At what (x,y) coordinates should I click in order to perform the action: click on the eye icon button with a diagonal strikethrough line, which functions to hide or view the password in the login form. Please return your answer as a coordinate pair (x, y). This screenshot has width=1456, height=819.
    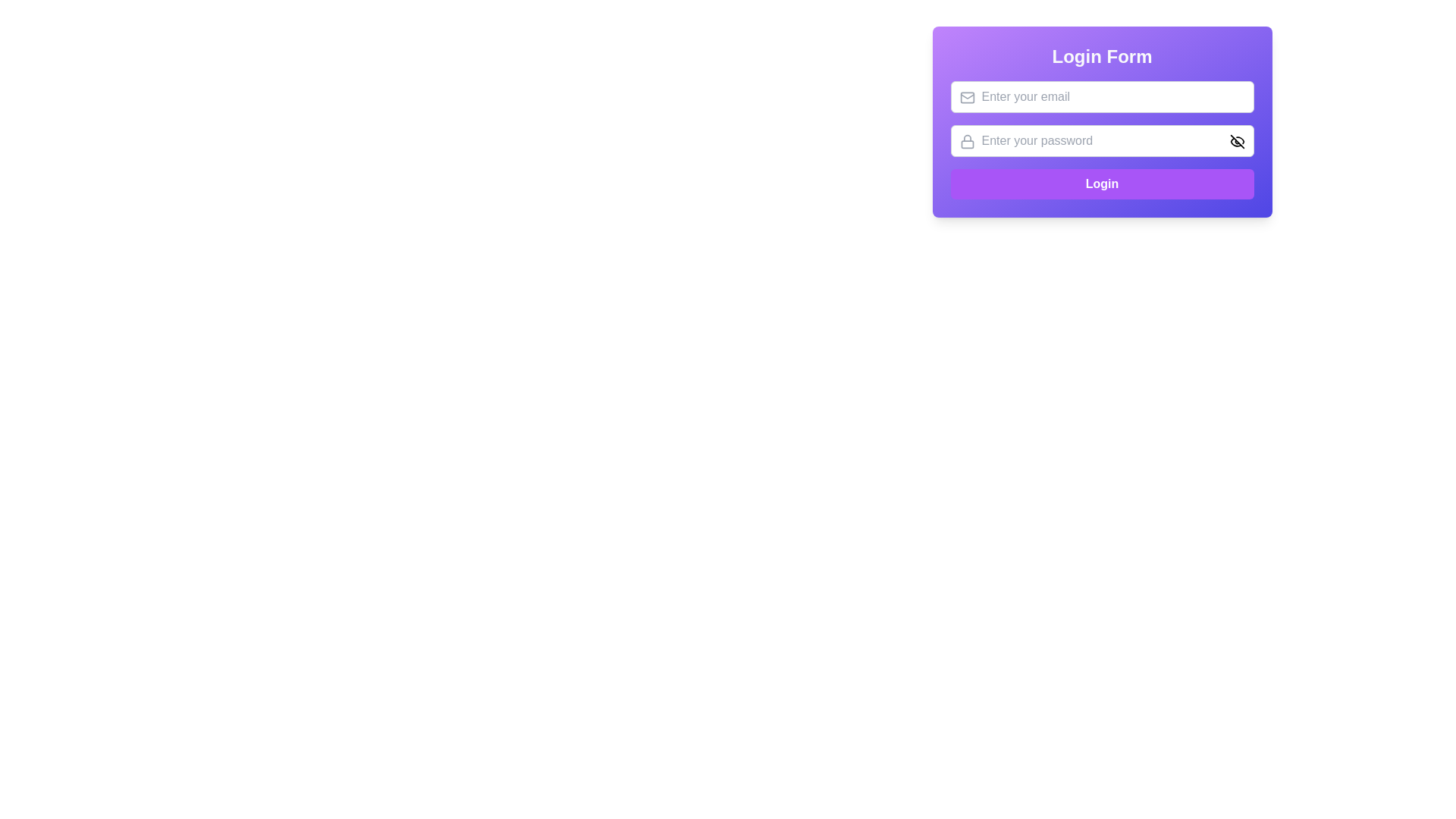
    Looking at the image, I should click on (1237, 141).